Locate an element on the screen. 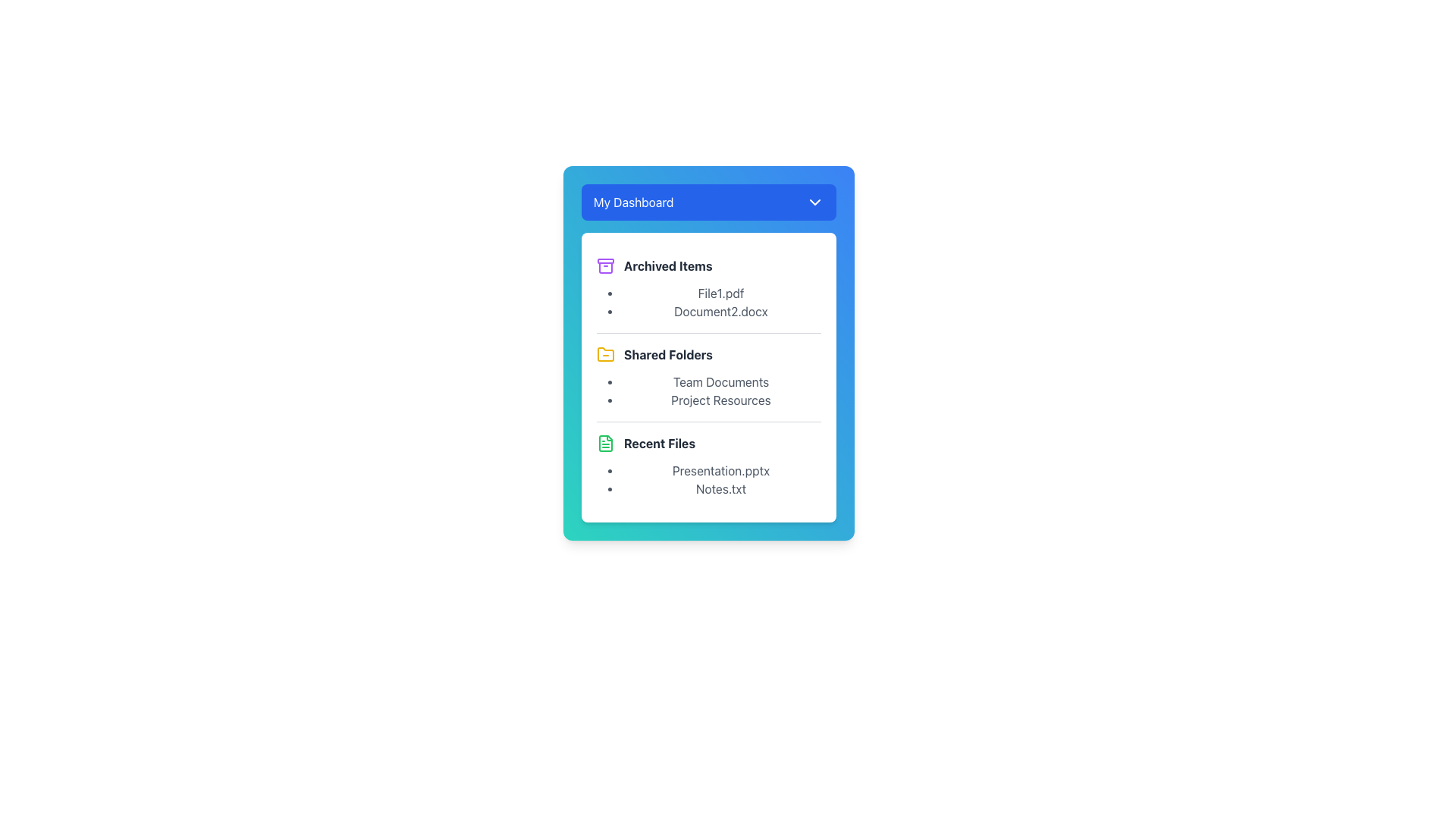 Image resolution: width=1456 pixels, height=819 pixels. the 'Project Resources' text label, which is the second item under the 'Shared Folders' section is located at coordinates (720, 400).